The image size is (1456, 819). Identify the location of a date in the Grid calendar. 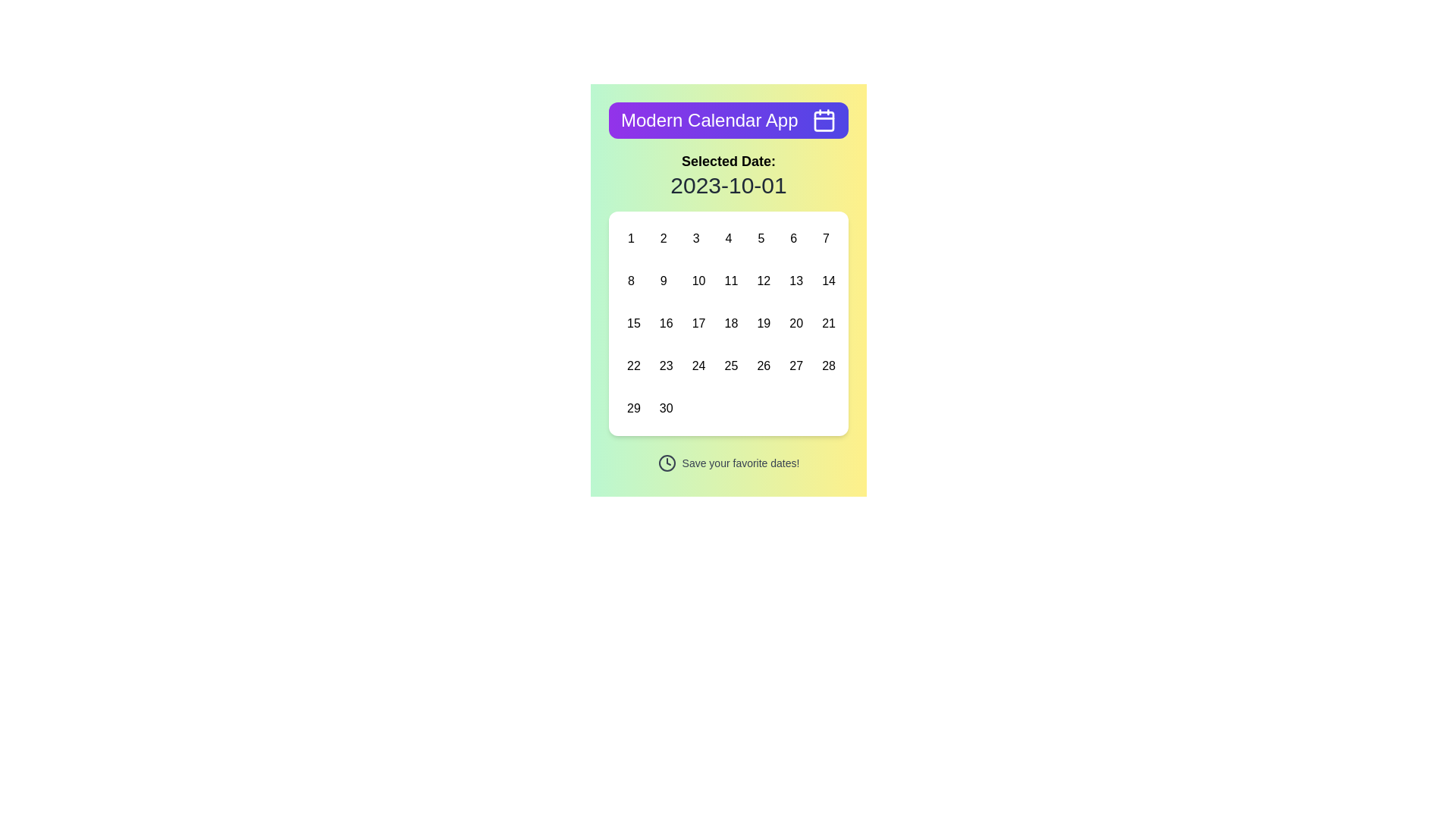
(728, 323).